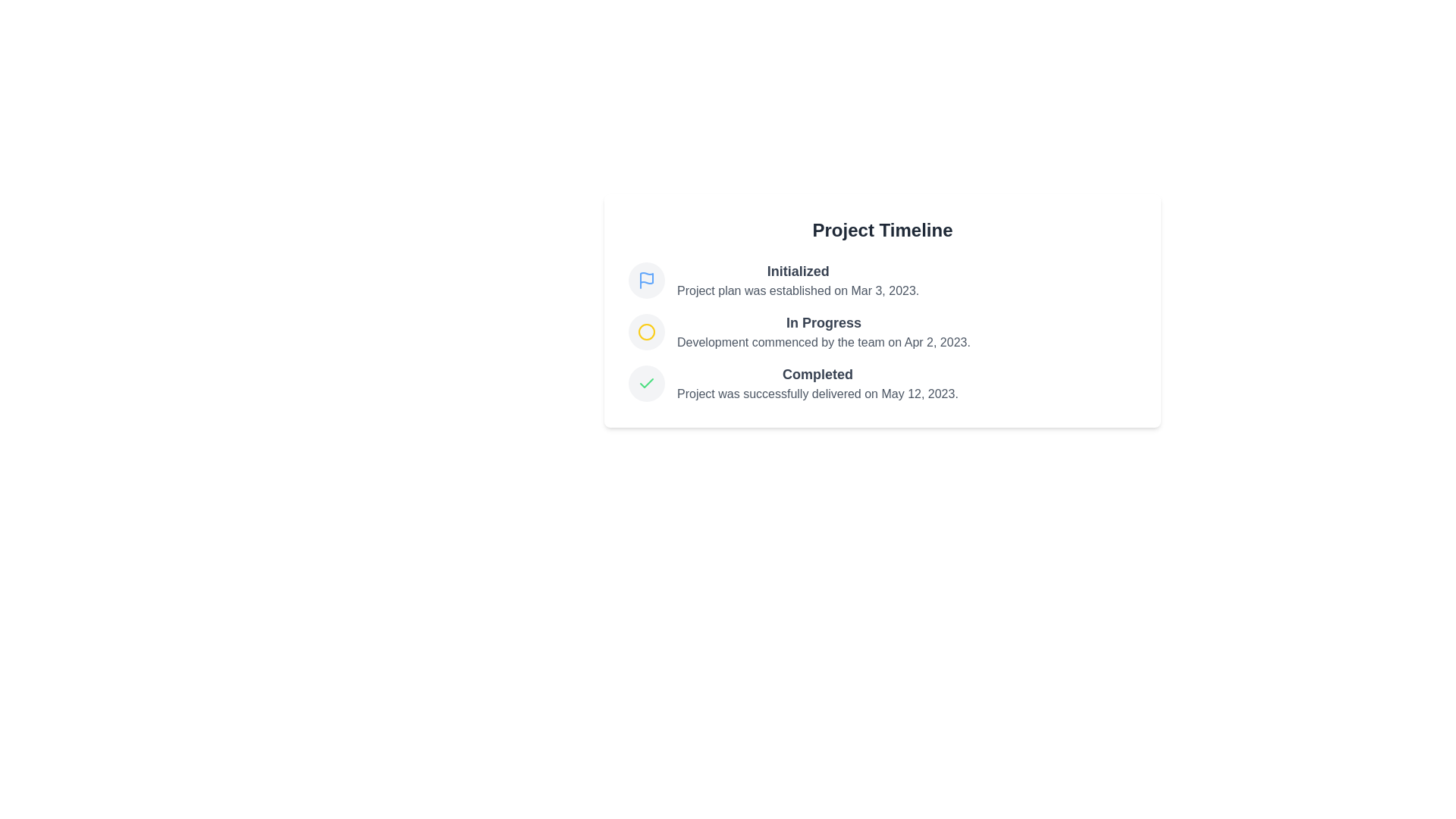 The width and height of the screenshot is (1456, 819). Describe the element at coordinates (797, 281) in the screenshot. I see `the milestone text display that indicates the initialization phase in the project timeline, located next to a flag icon` at that location.